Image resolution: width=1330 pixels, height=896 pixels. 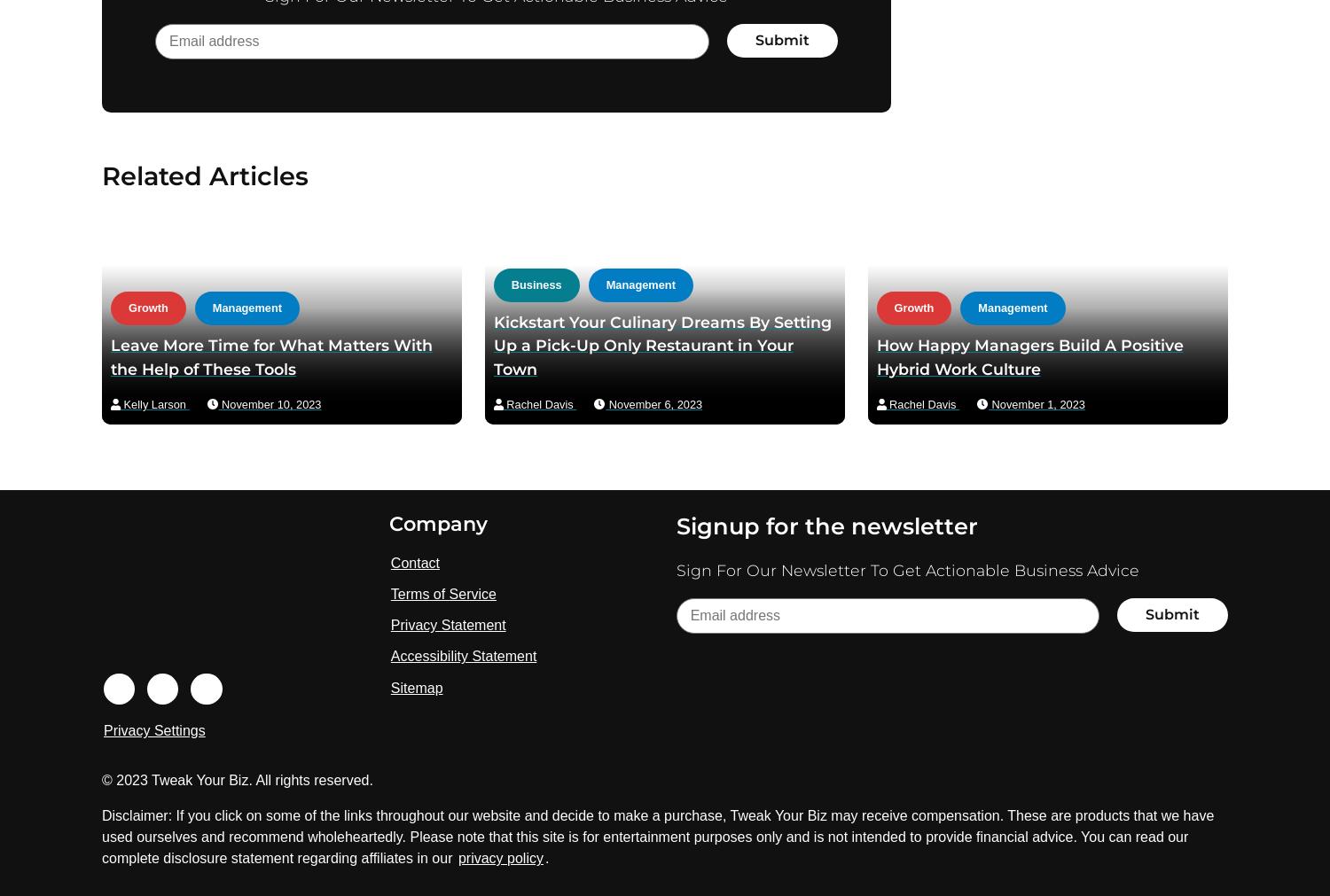 I want to click on 'November 6, 2023', so click(x=605, y=403).